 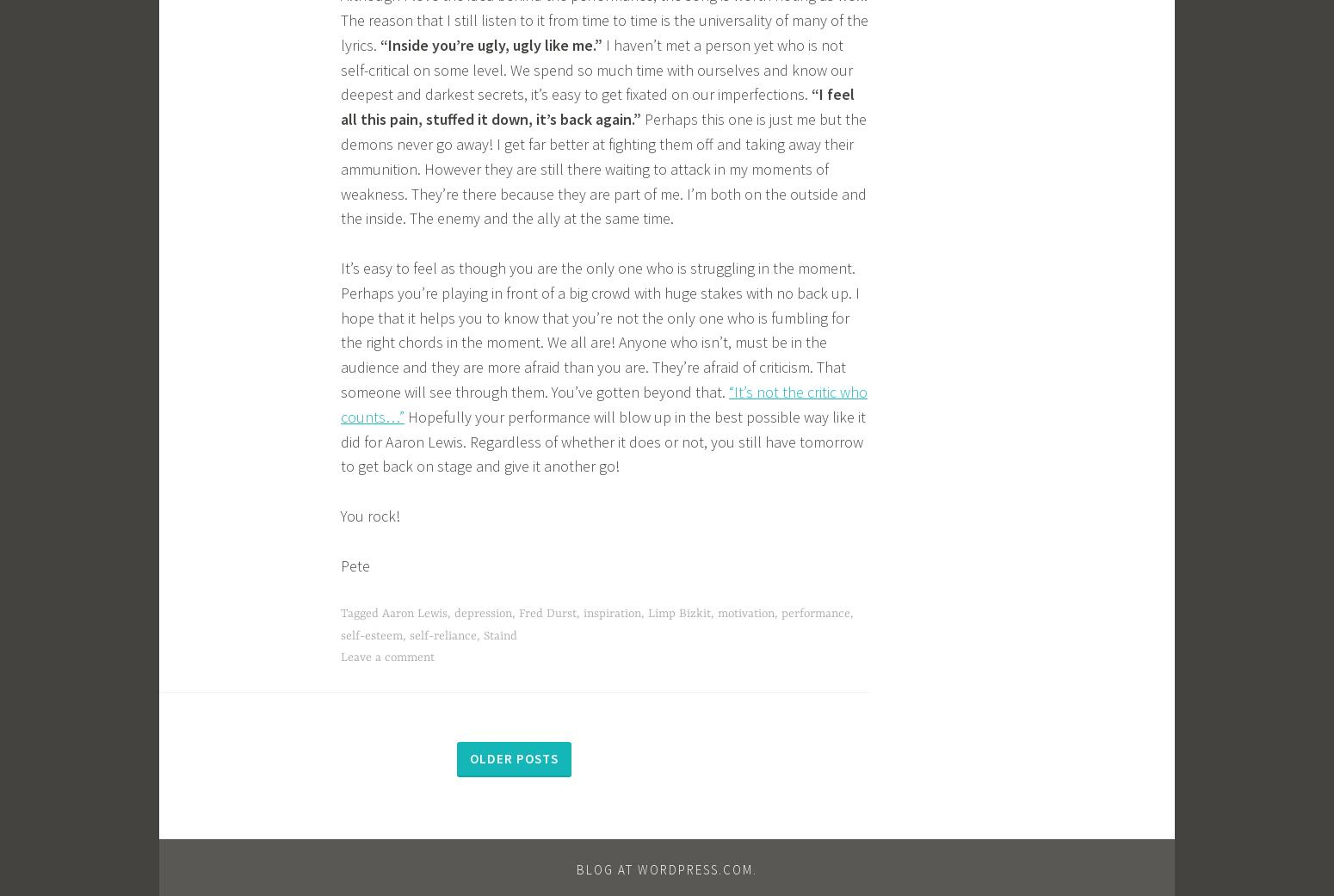 I want to click on 'inspiration', so click(x=612, y=612).